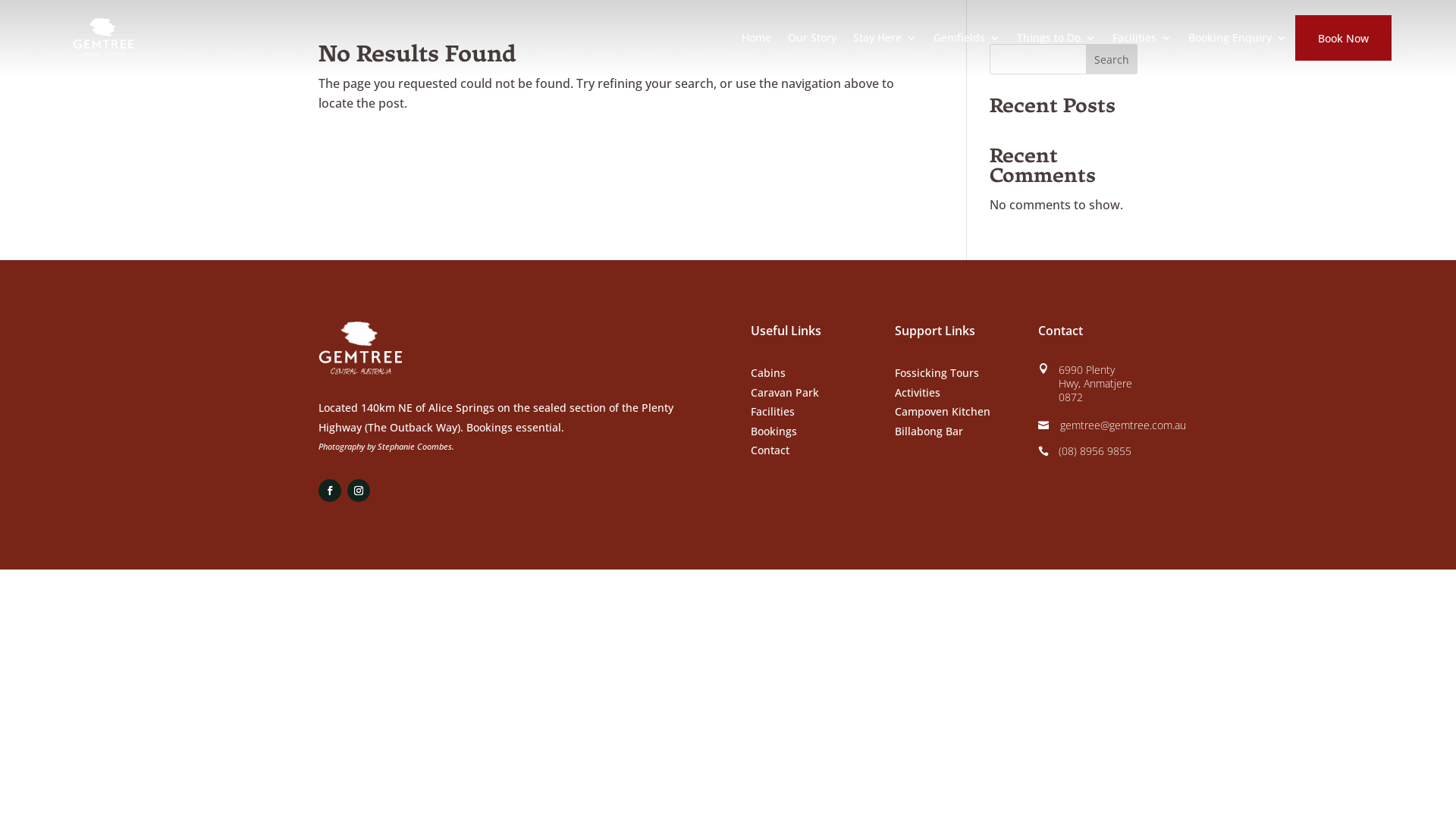 The image size is (1456, 819). I want to click on '6990 Plenty Hwy, Anmatjere 0872', so click(1095, 382).